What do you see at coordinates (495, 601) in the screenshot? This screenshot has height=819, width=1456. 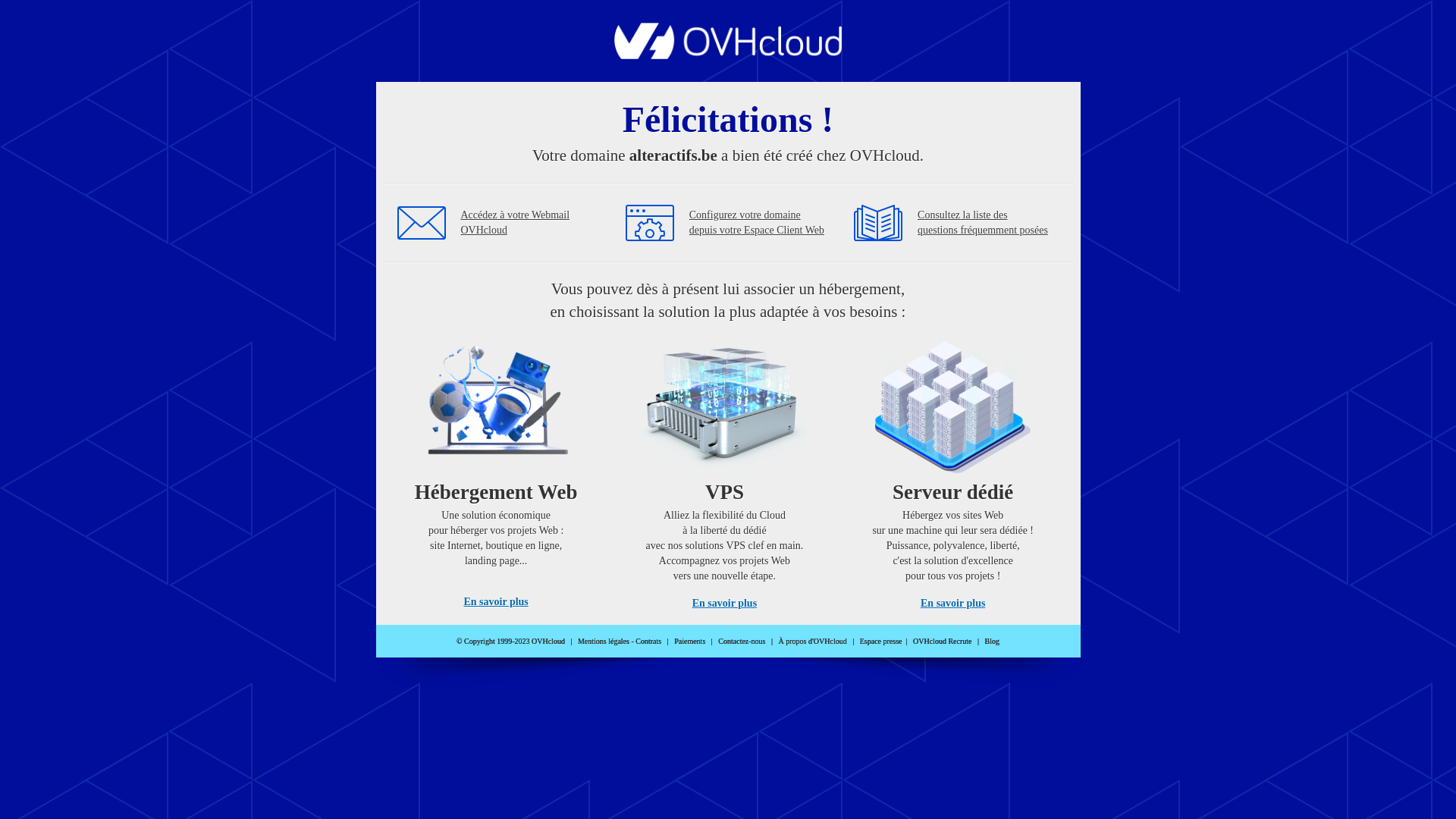 I see `'En savoir plus'` at bounding box center [495, 601].